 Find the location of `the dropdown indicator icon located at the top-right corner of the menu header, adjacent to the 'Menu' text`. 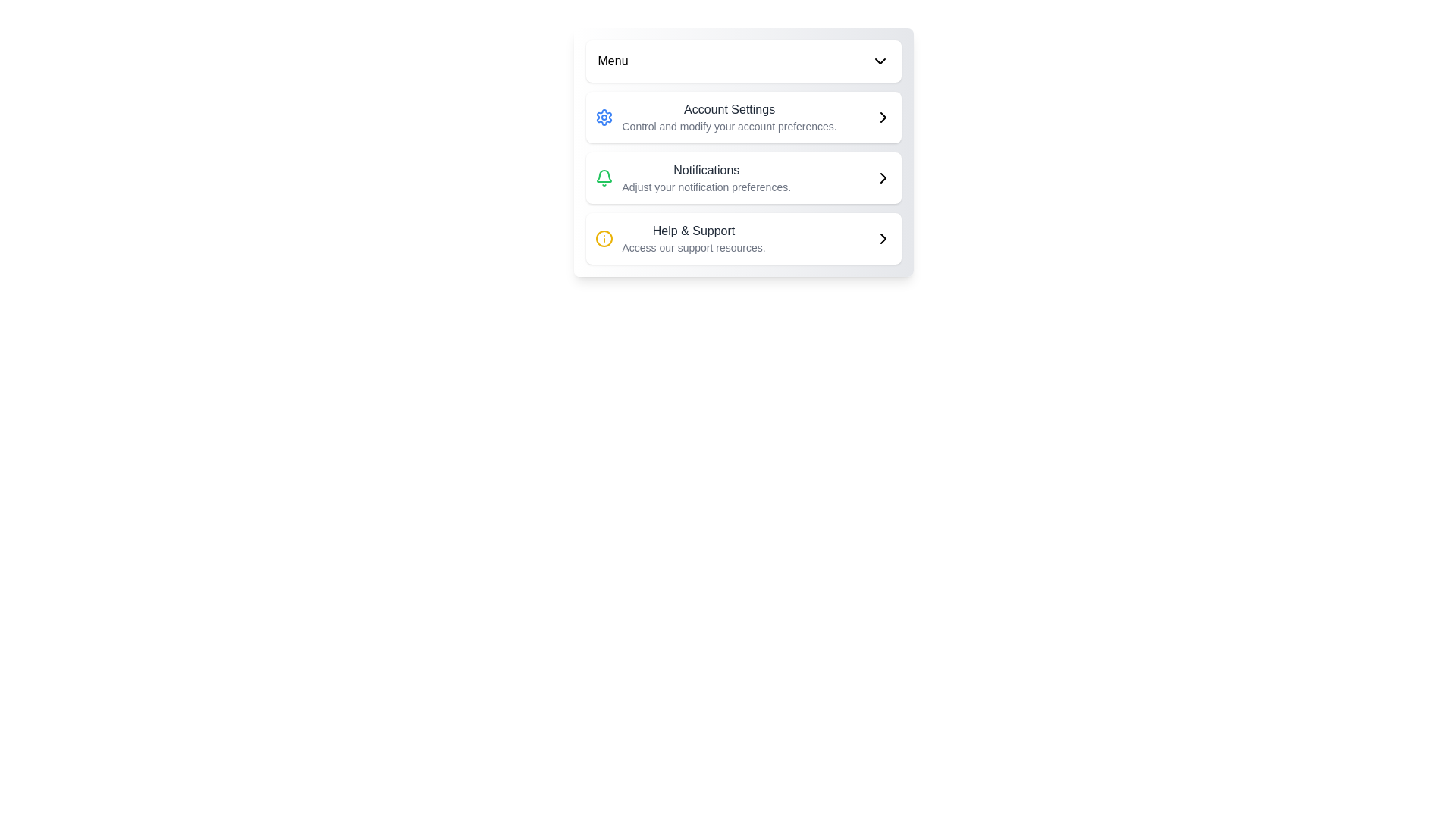

the dropdown indicator icon located at the top-right corner of the menu header, adjacent to the 'Menu' text is located at coordinates (880, 61).